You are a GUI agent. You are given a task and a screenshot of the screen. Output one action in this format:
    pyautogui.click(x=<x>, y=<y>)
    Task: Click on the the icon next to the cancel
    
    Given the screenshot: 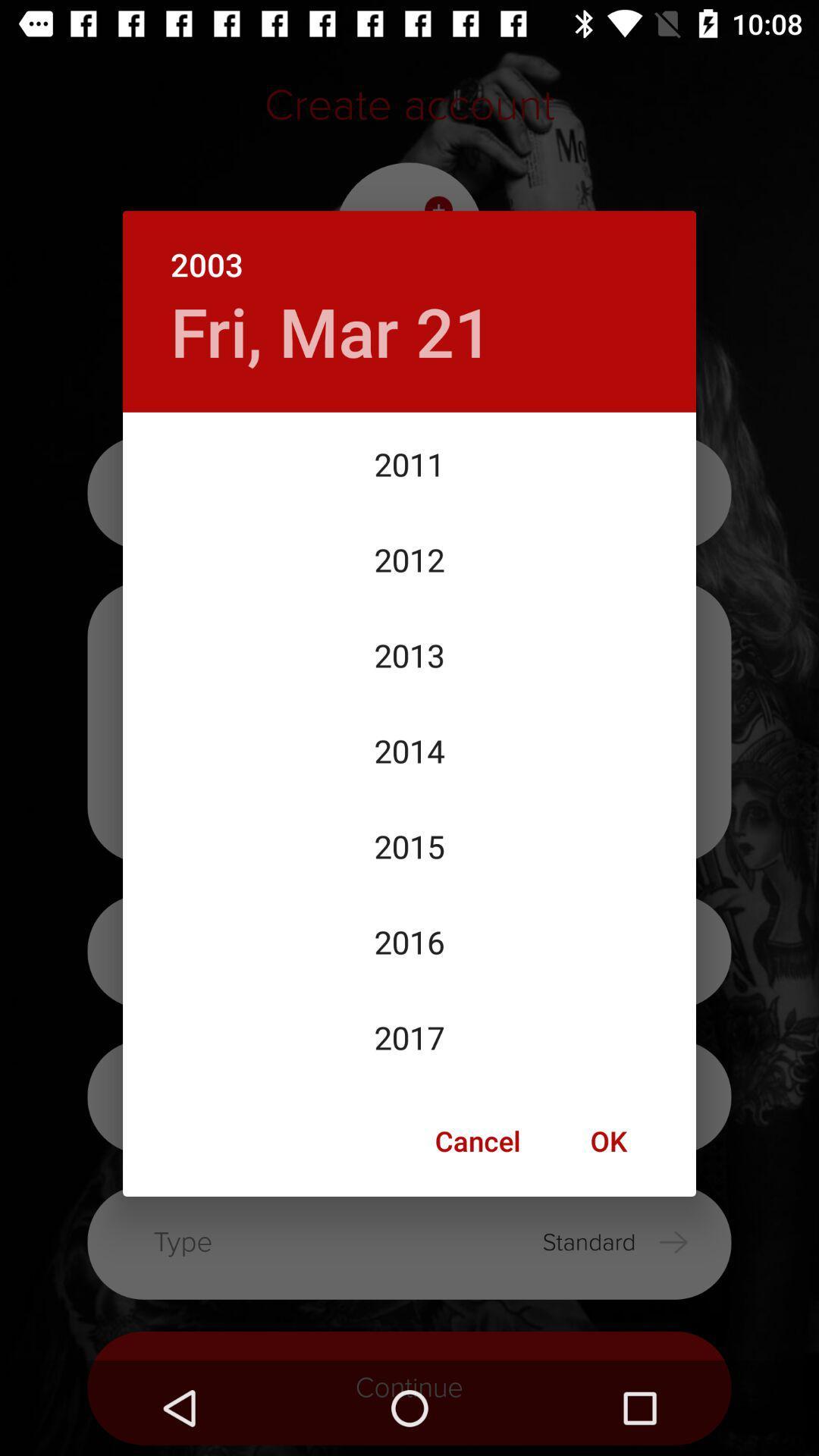 What is the action you would take?
    pyautogui.click(x=607, y=1141)
    